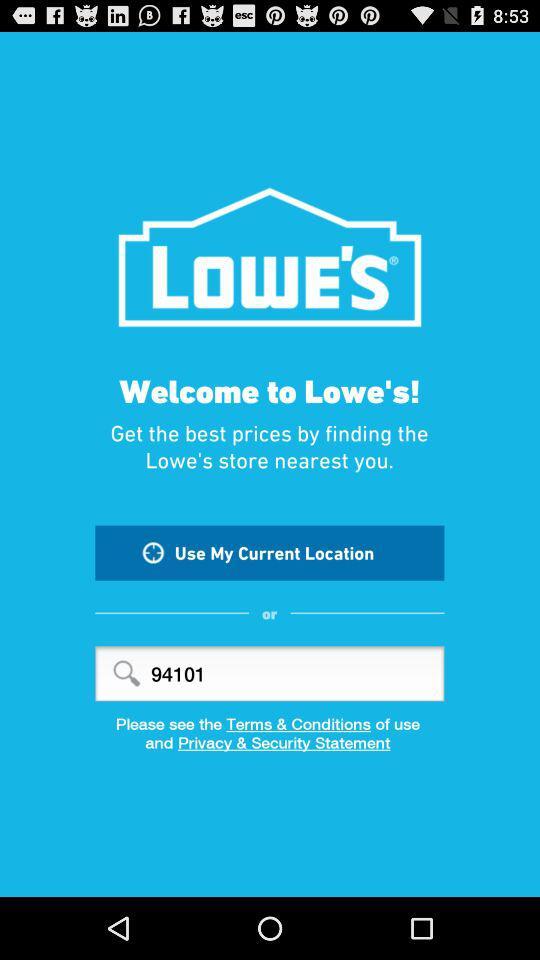 Image resolution: width=540 pixels, height=960 pixels. Describe the element at coordinates (269, 673) in the screenshot. I see `icon below the or item` at that location.